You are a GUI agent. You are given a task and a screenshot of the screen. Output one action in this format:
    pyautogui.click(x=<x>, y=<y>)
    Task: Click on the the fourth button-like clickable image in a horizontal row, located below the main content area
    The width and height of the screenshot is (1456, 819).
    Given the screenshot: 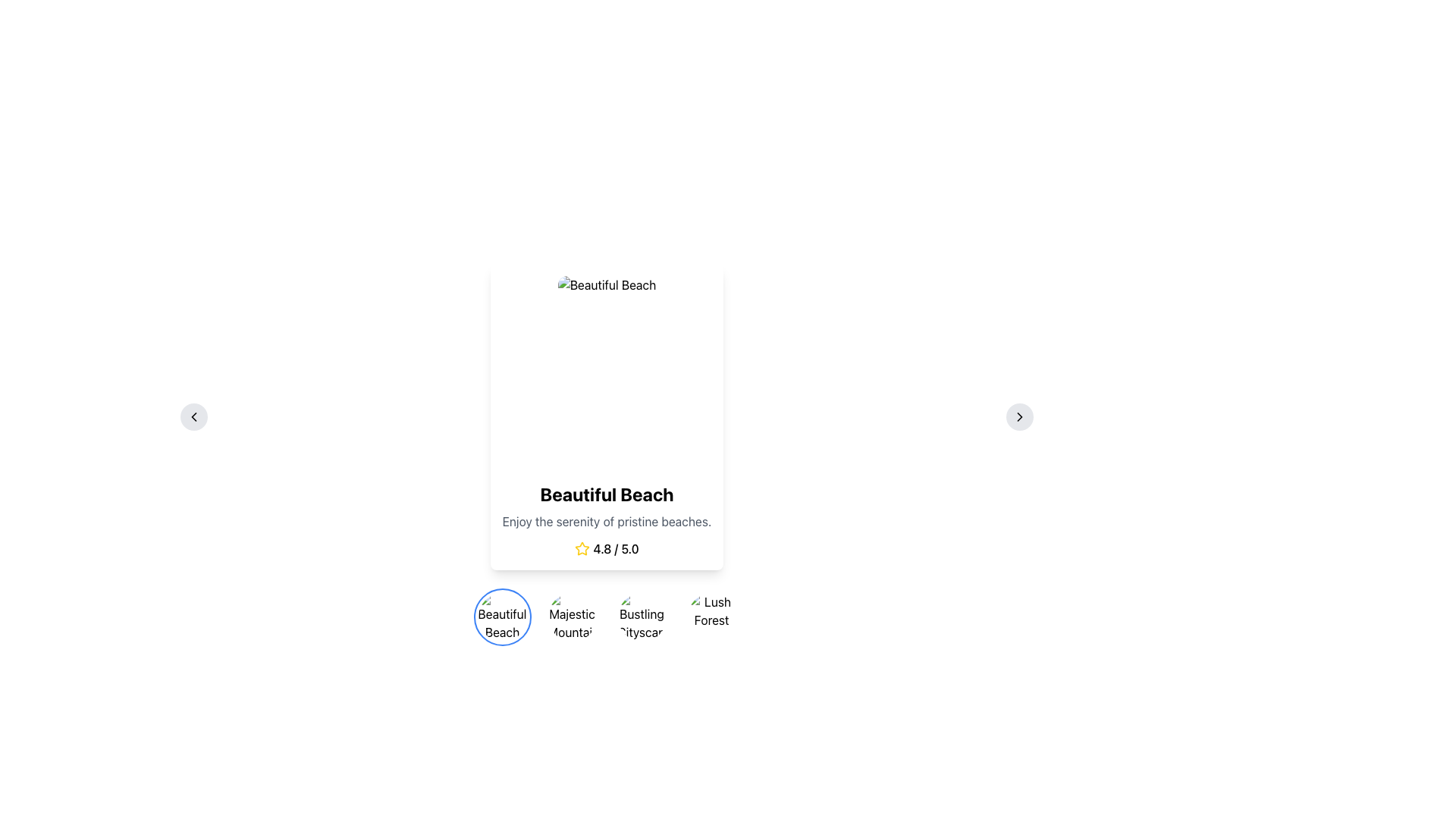 What is the action you would take?
    pyautogui.click(x=711, y=617)
    